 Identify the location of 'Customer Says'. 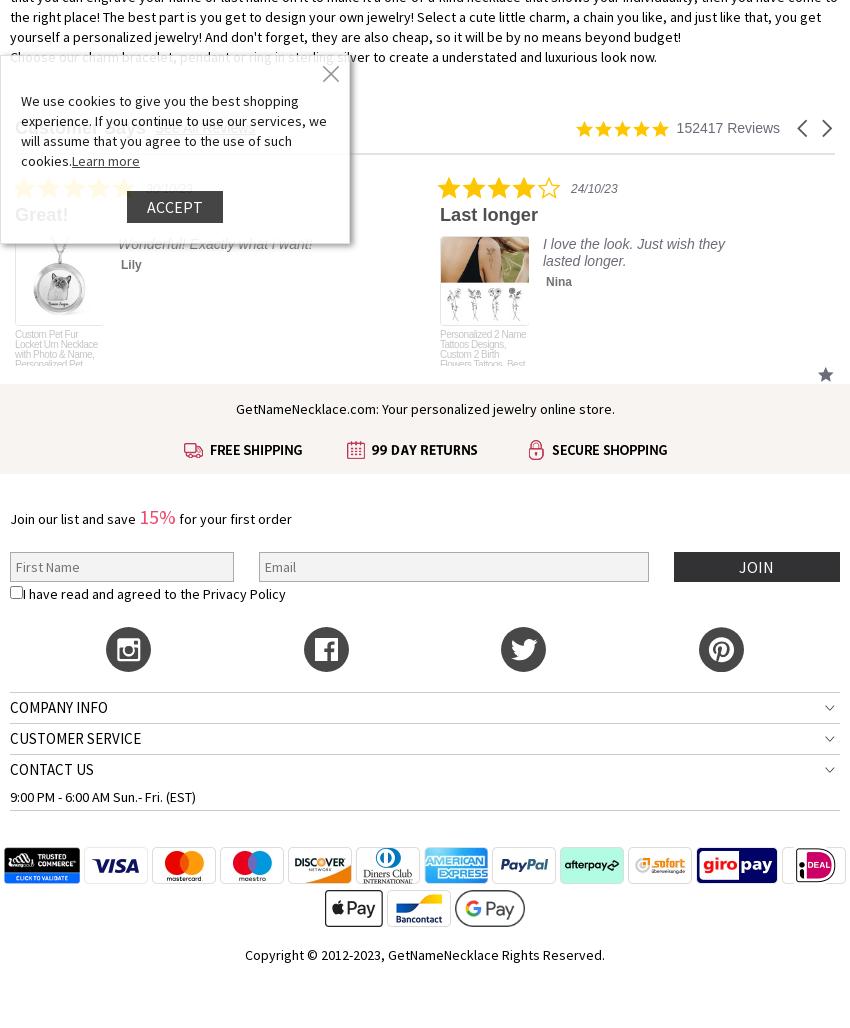
(80, 126).